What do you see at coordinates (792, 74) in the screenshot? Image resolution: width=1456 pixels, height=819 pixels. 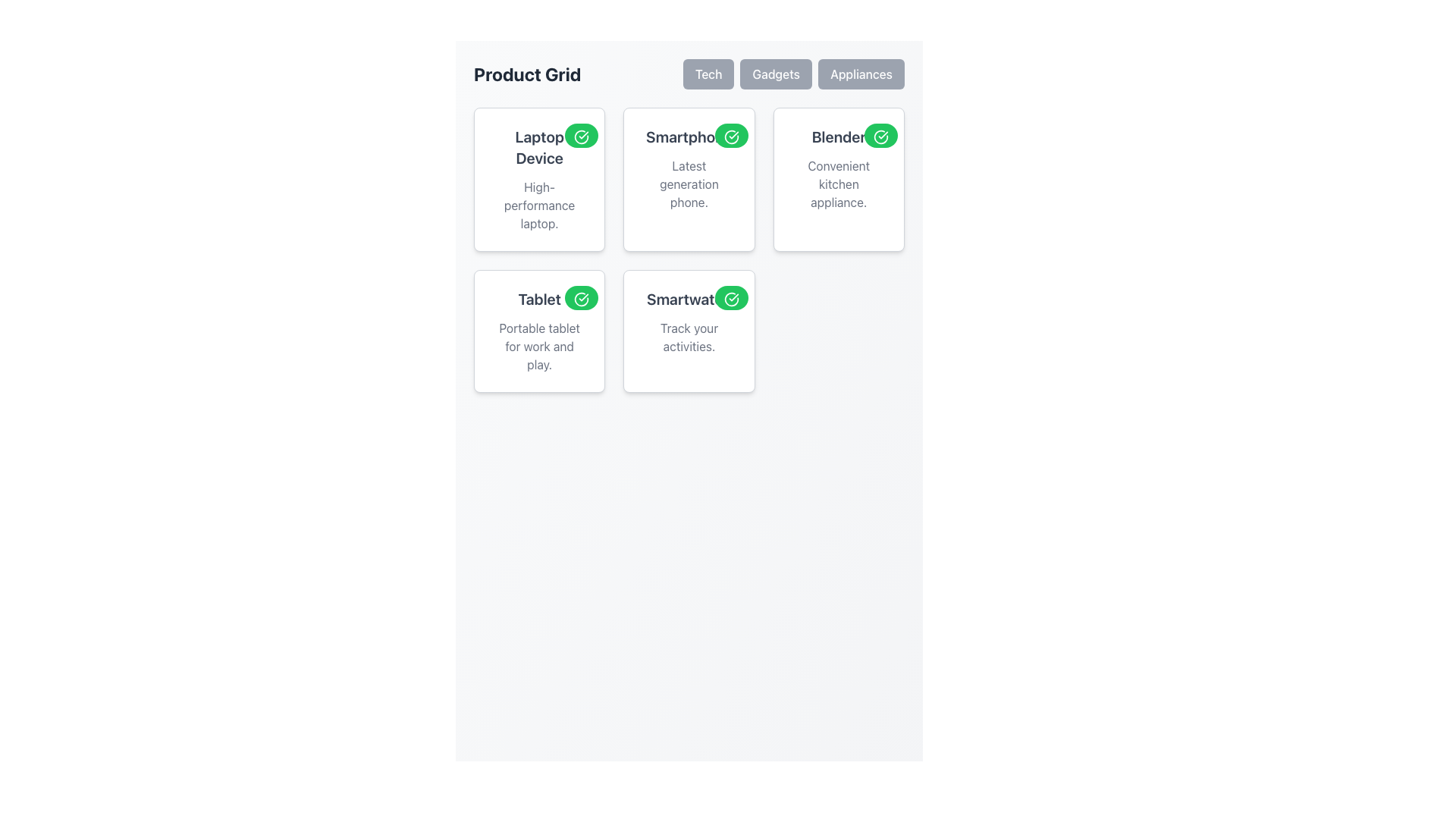 I see `the 'Gadgets' button, which is the second inline button with a light gray background and white text, to trigger a visual effect` at bounding box center [792, 74].